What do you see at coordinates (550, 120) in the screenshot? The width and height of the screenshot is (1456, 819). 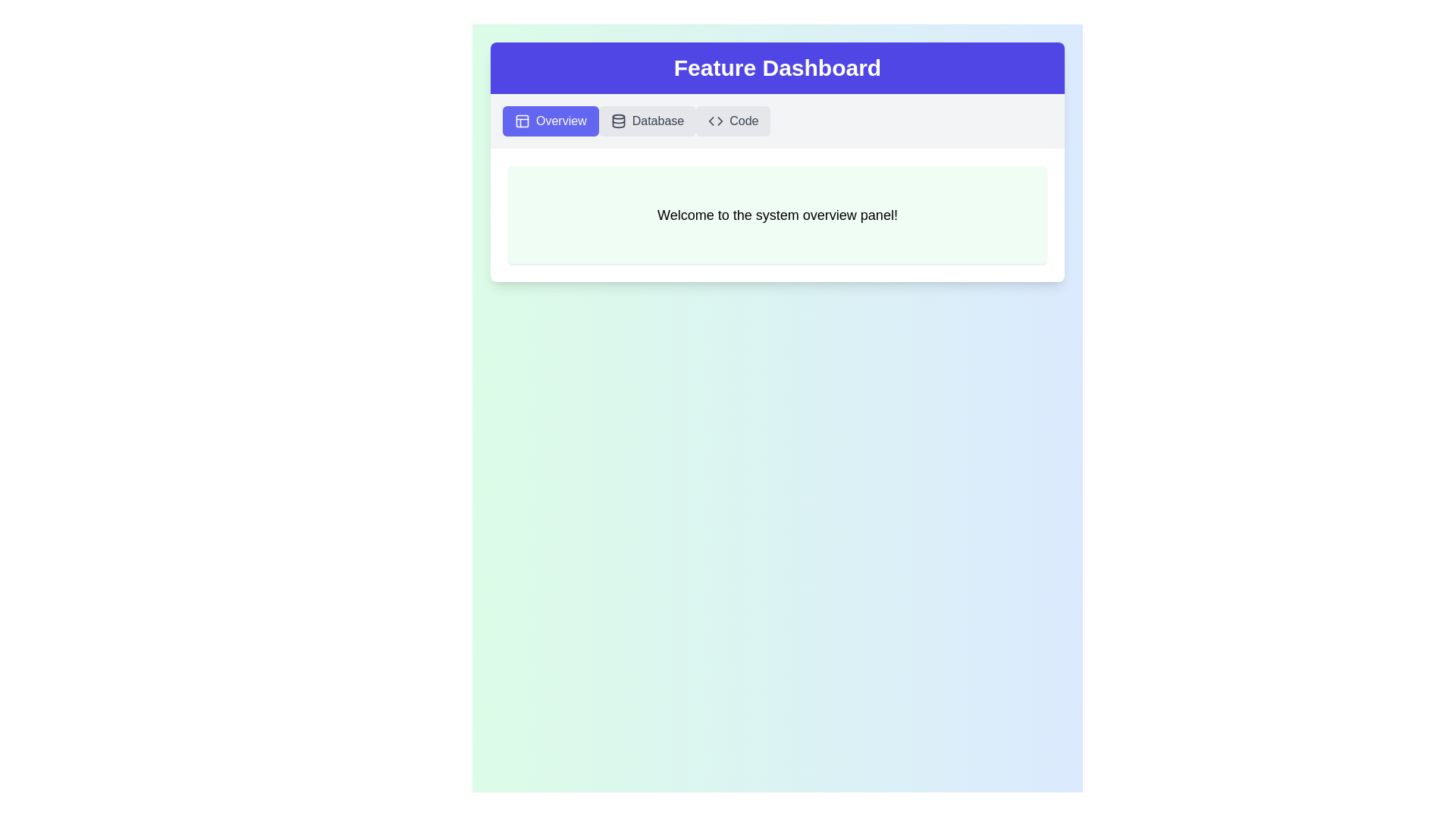 I see `the 'Overview' button` at bounding box center [550, 120].